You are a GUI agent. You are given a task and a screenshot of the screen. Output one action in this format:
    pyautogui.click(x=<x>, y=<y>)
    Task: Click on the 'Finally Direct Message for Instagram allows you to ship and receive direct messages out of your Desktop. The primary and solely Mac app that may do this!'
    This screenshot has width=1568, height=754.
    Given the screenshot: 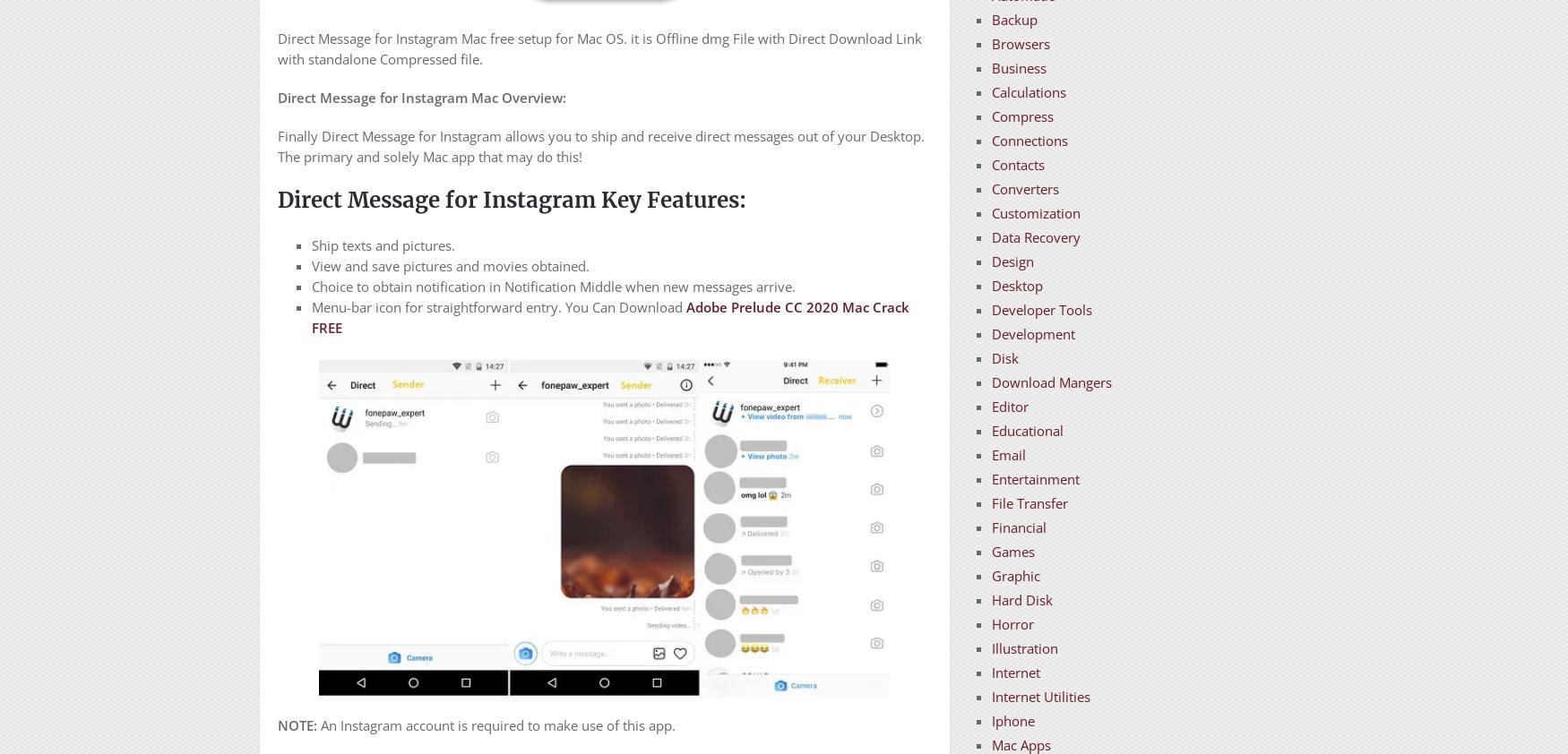 What is the action you would take?
    pyautogui.click(x=599, y=145)
    